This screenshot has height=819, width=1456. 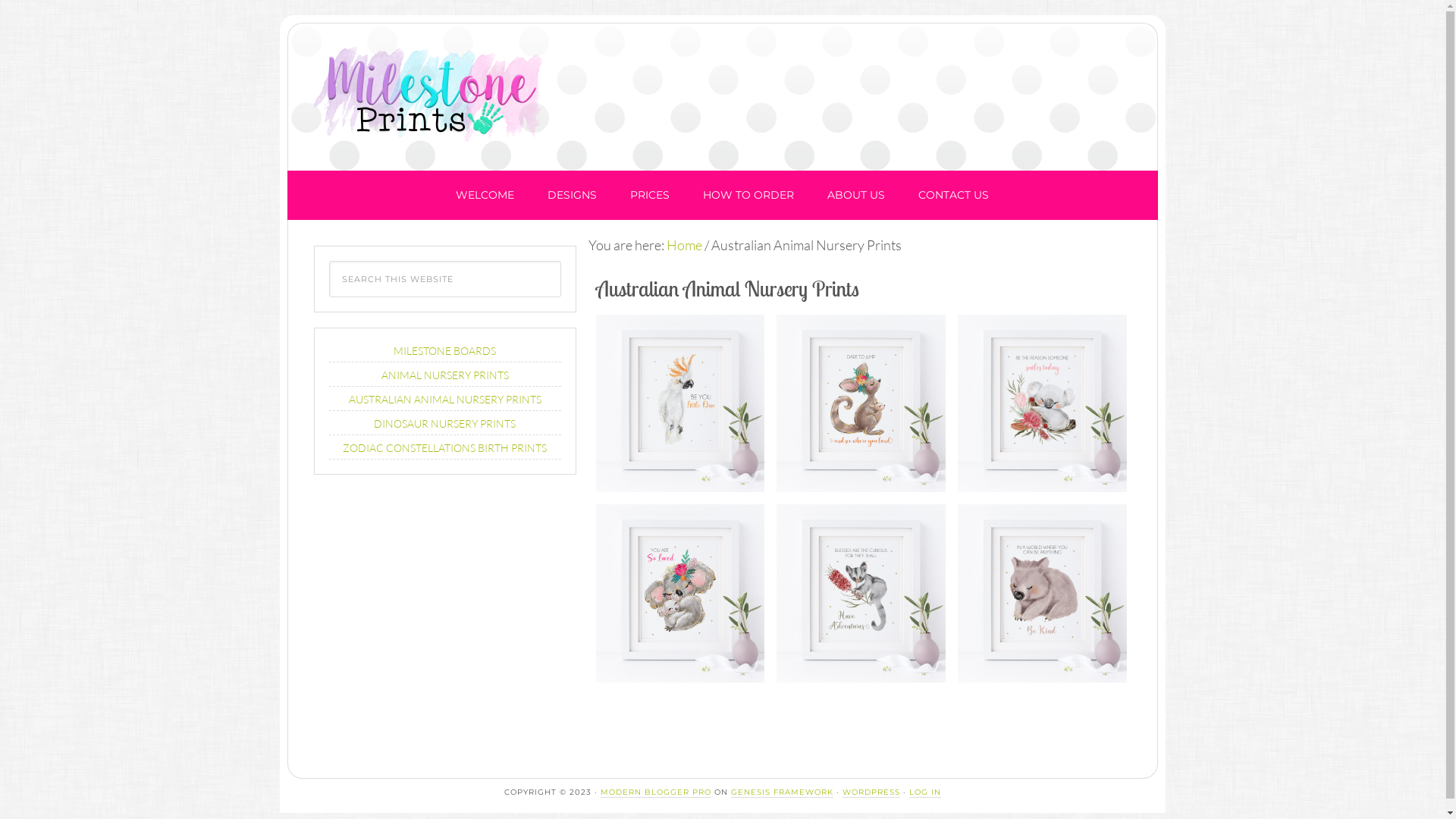 I want to click on 'ABOUT US', so click(x=855, y=194).